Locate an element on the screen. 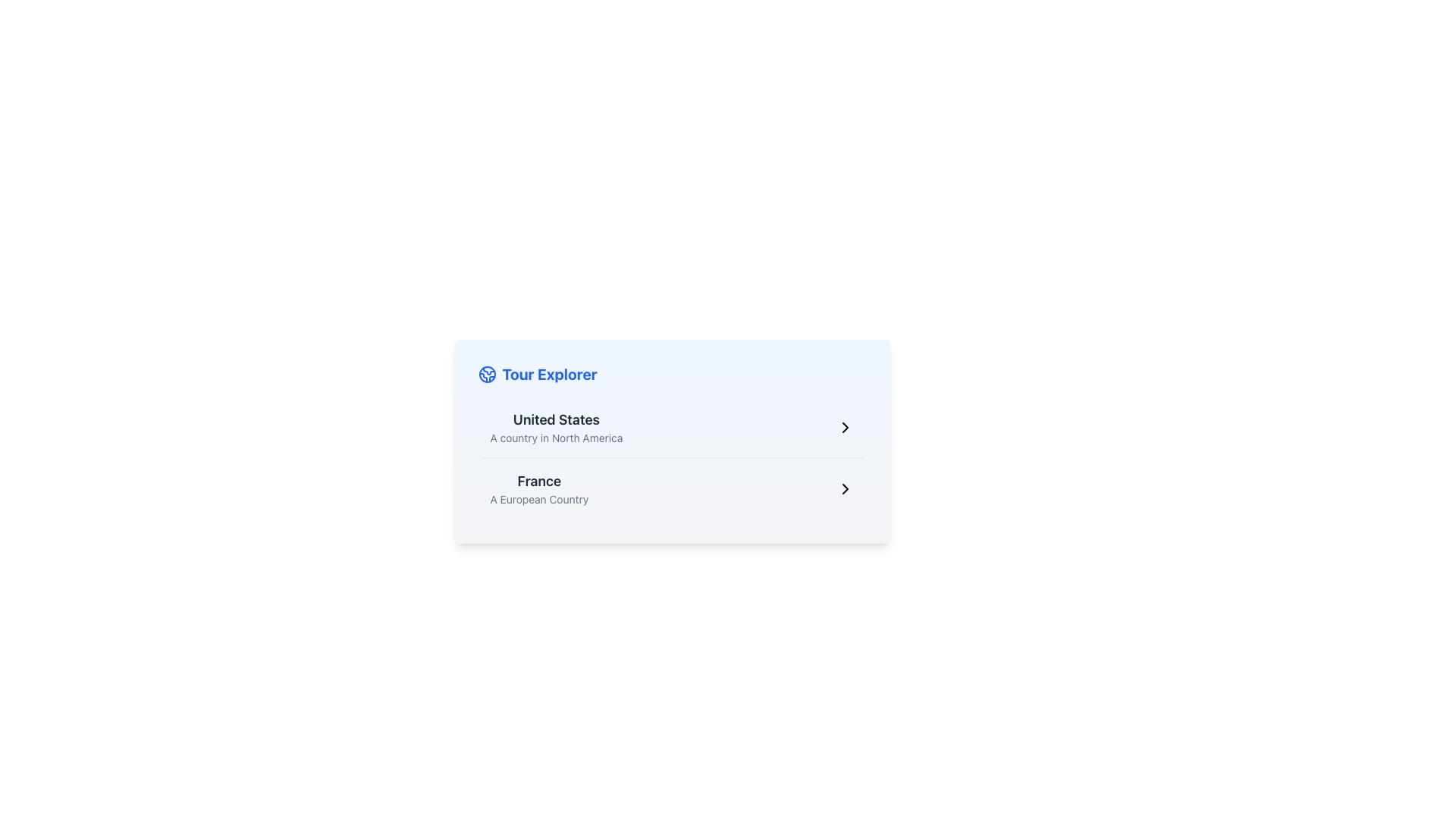 The height and width of the screenshot is (819, 1456). the list item representing the country 'France' in the 'Tour Explorer' section to navigate through the options is located at coordinates (671, 488).